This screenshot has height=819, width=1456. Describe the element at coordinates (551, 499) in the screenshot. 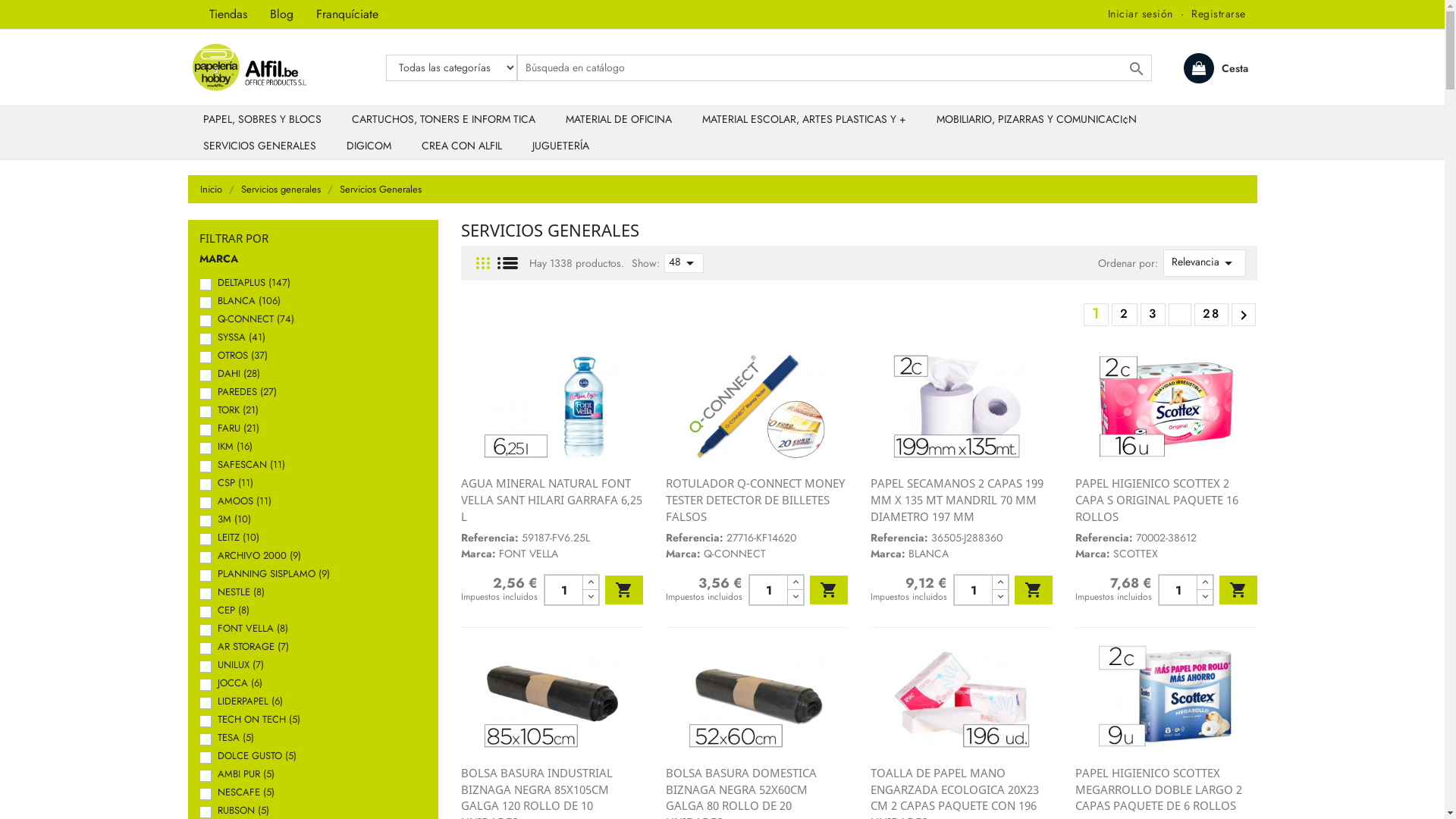

I see `'AGUA MINERAL NATURAL FONT VELLA SANT HILARI GARRAFA 6,25 L'` at that location.